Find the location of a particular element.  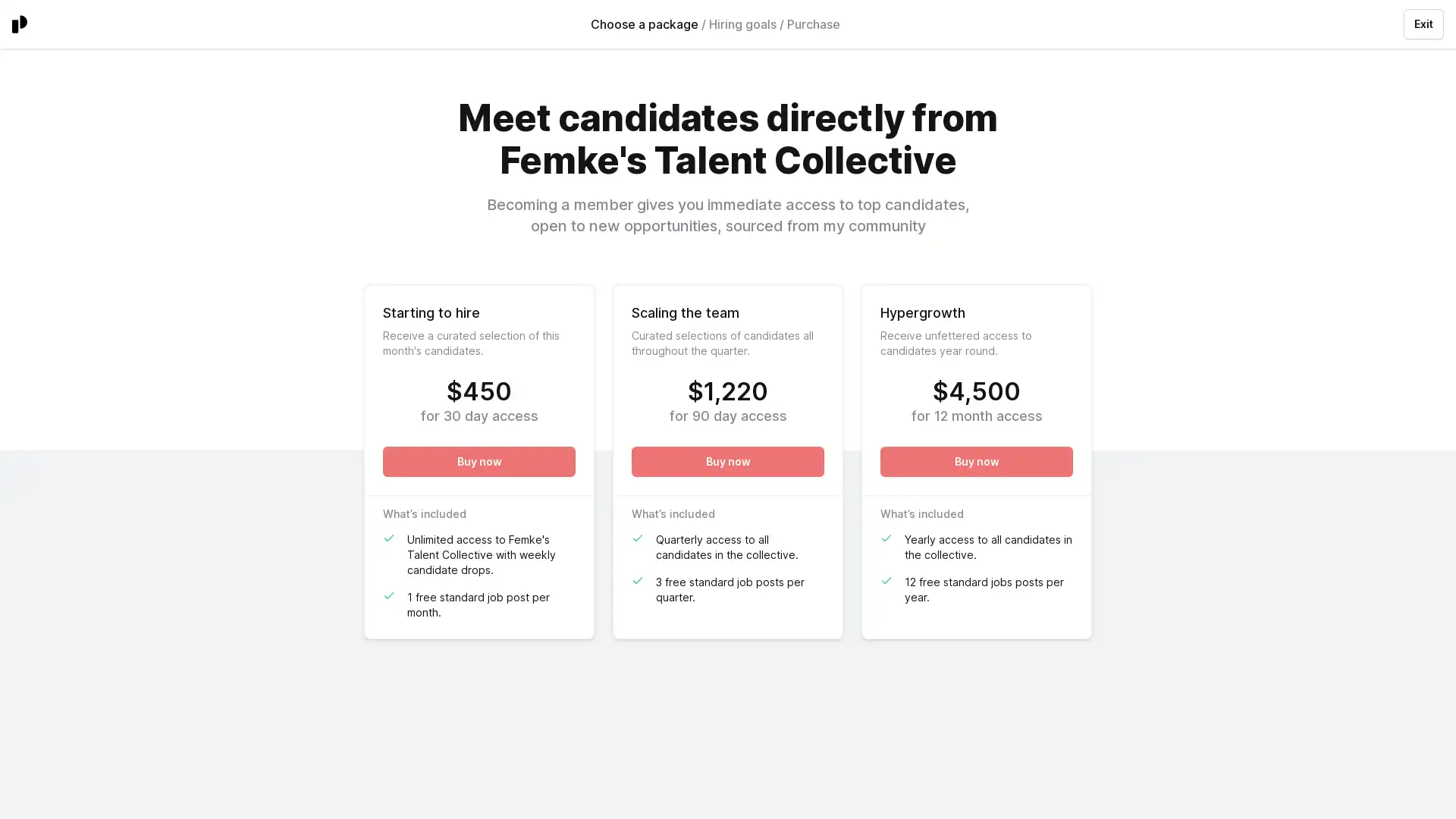

Exit is located at coordinates (1423, 24).